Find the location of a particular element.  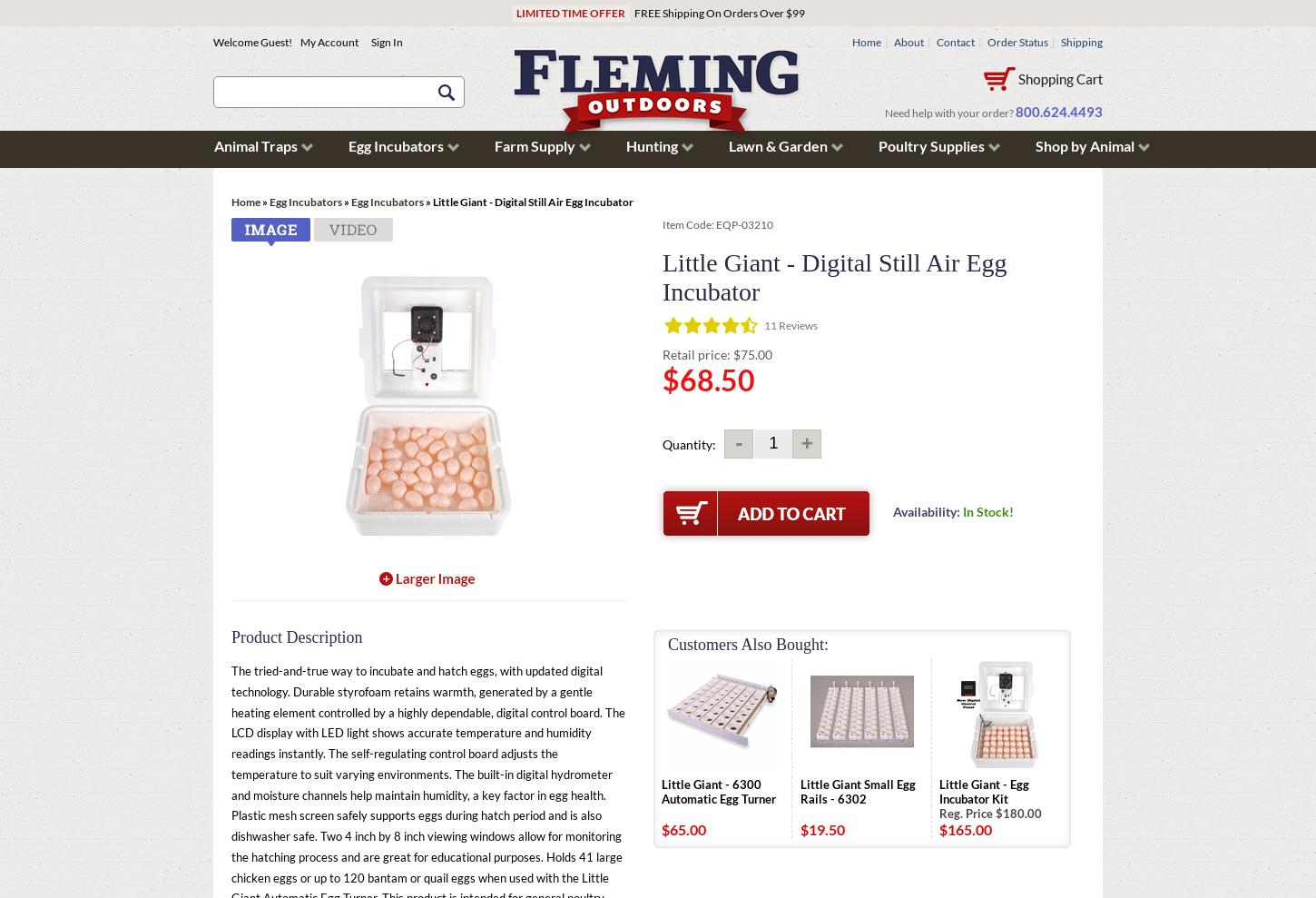

'Customers Also Bought:' is located at coordinates (748, 643).